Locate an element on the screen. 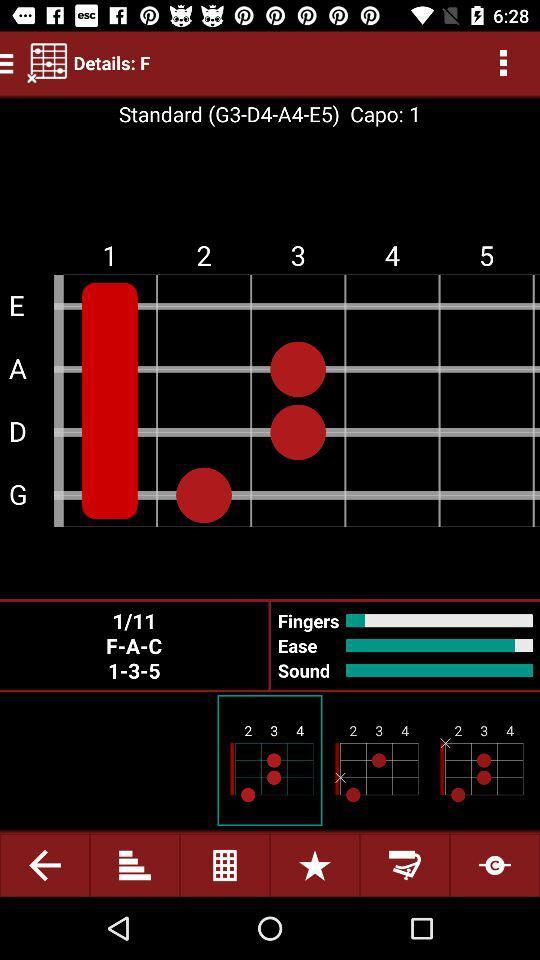 This screenshot has width=540, height=960. the standard g3 d4 item is located at coordinates (228, 114).